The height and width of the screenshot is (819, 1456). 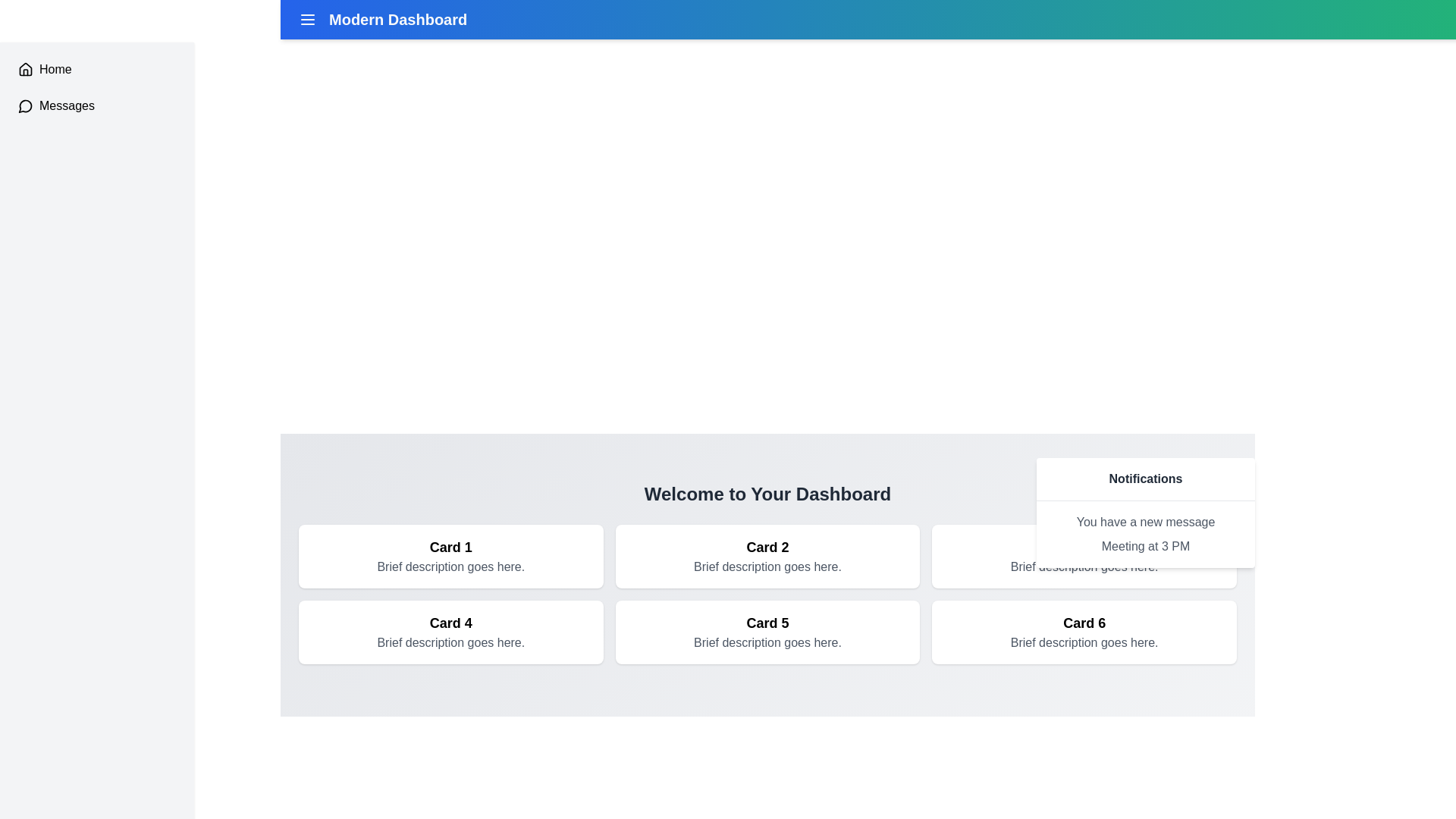 What do you see at coordinates (1146, 512) in the screenshot?
I see `the Notification box located on the right side of the dashboard, which displays alerts and messages to the user` at bounding box center [1146, 512].